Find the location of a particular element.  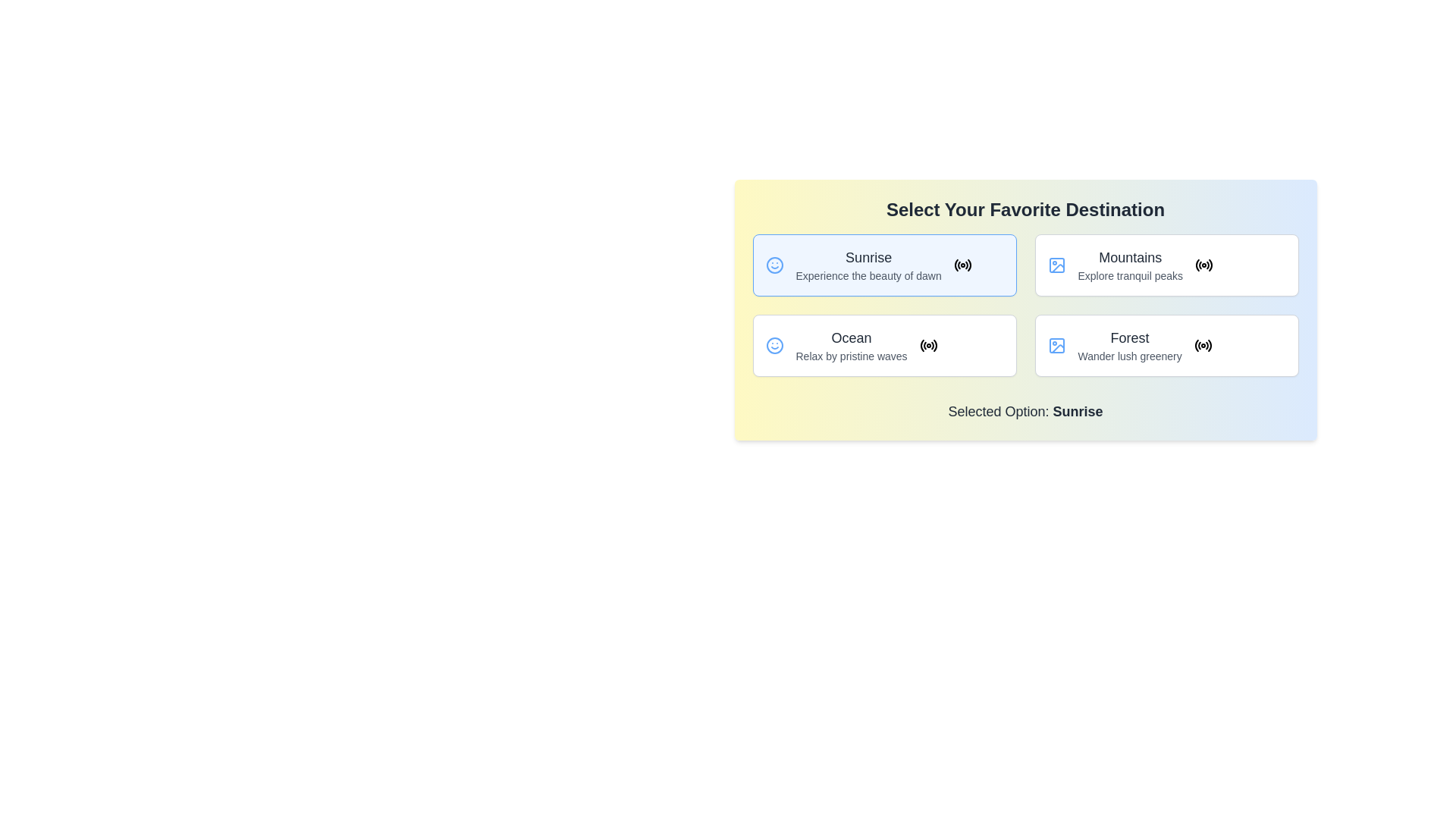

the Decorative SVG circle that represents the smiley face icon in the top-left square button labeled 'Sunrise' within the grid of options on the card layout is located at coordinates (774, 345).